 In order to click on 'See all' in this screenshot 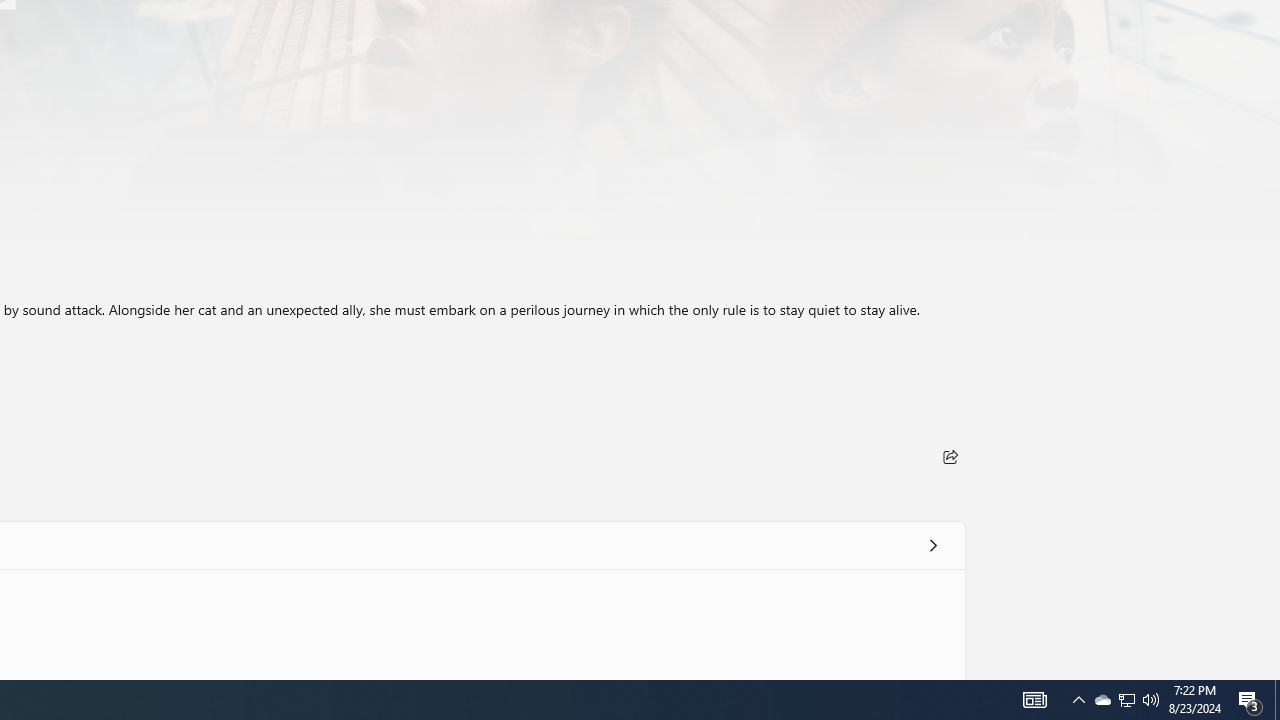, I will do `click(931, 545)`.